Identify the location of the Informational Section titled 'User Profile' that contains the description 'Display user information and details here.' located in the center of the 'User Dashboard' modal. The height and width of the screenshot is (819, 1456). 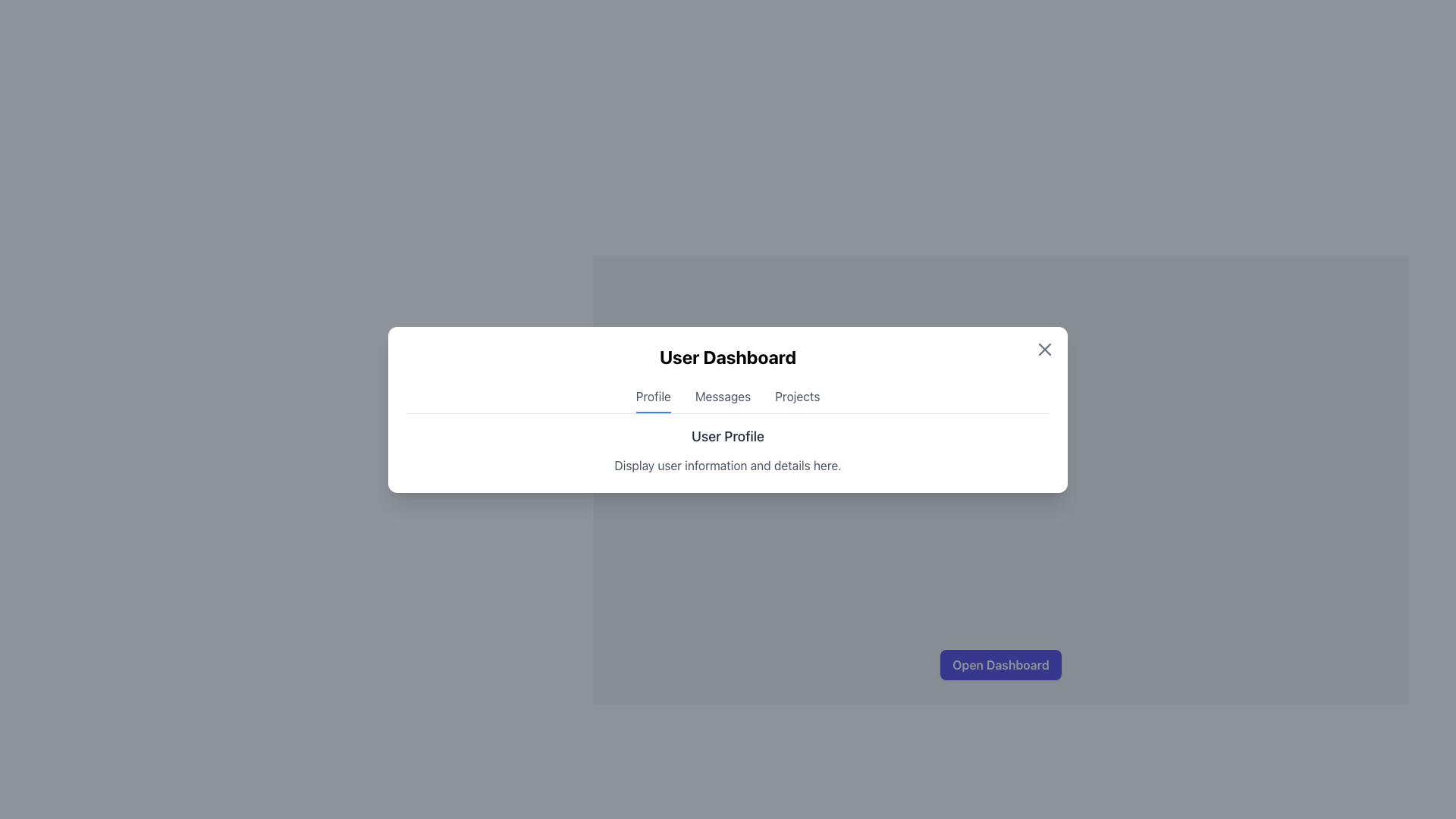
(728, 449).